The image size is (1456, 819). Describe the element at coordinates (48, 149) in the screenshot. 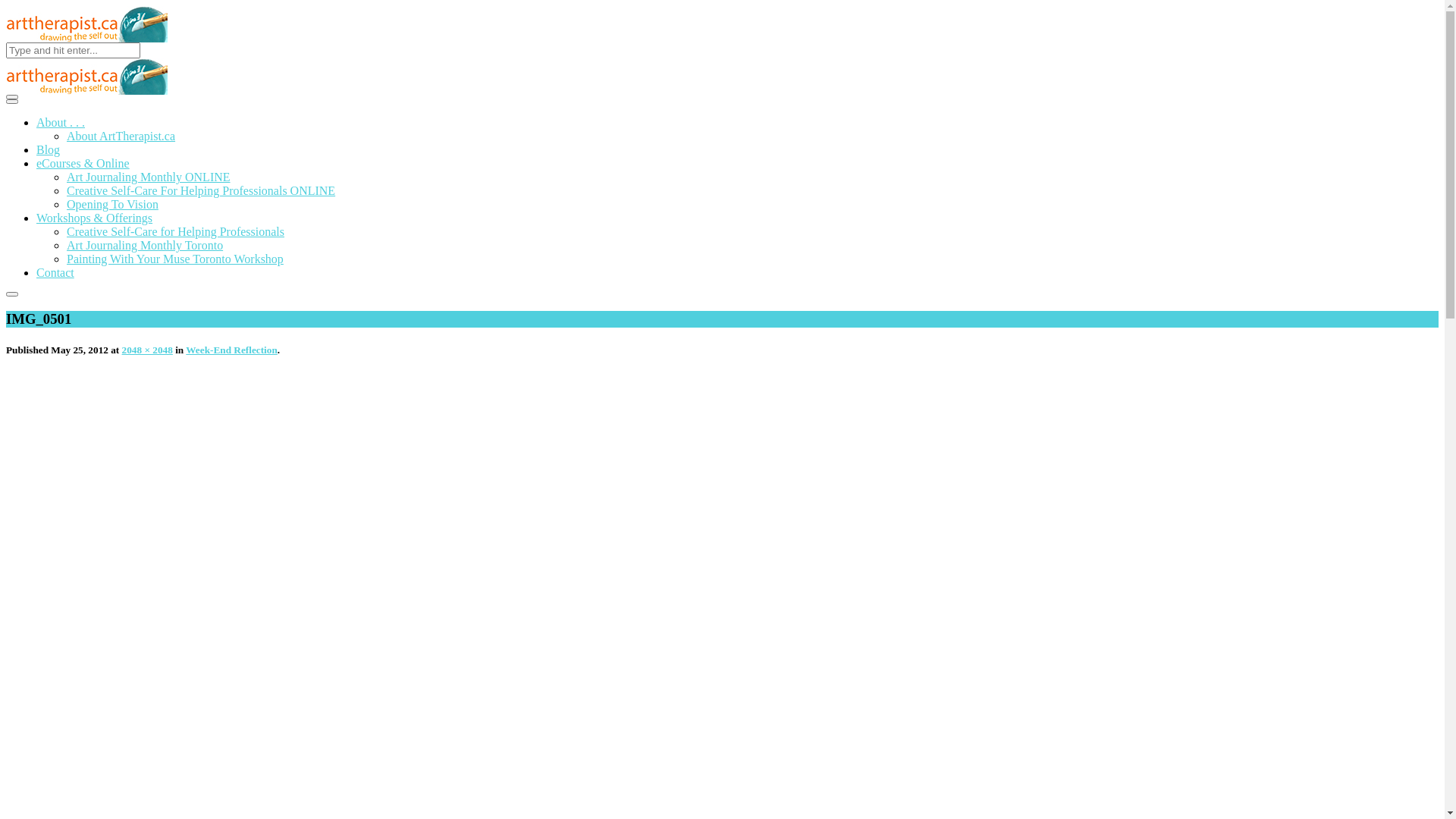

I see `'Blog'` at that location.